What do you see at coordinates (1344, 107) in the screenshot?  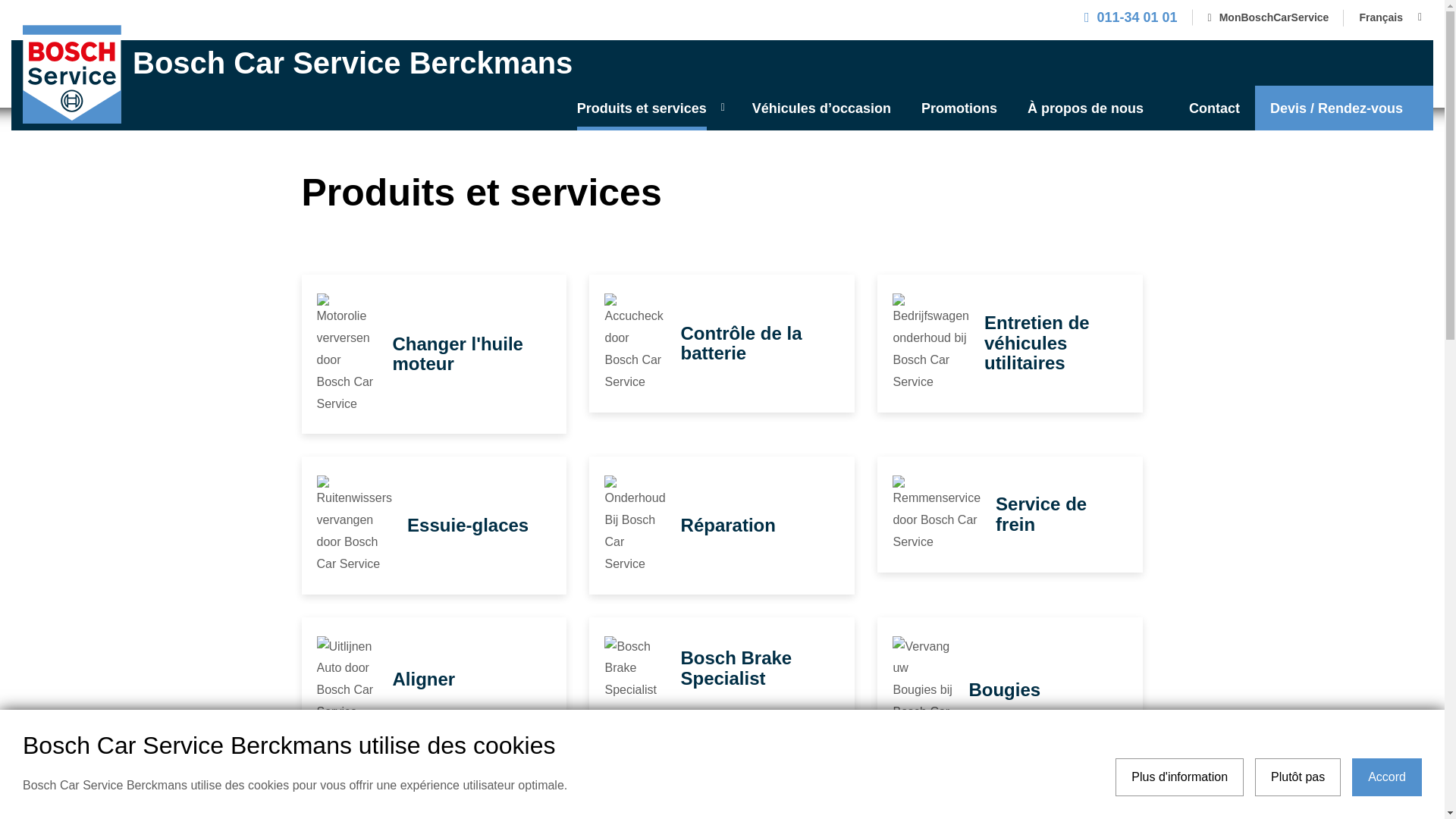 I see `'Devis / Rendez-vous'` at bounding box center [1344, 107].